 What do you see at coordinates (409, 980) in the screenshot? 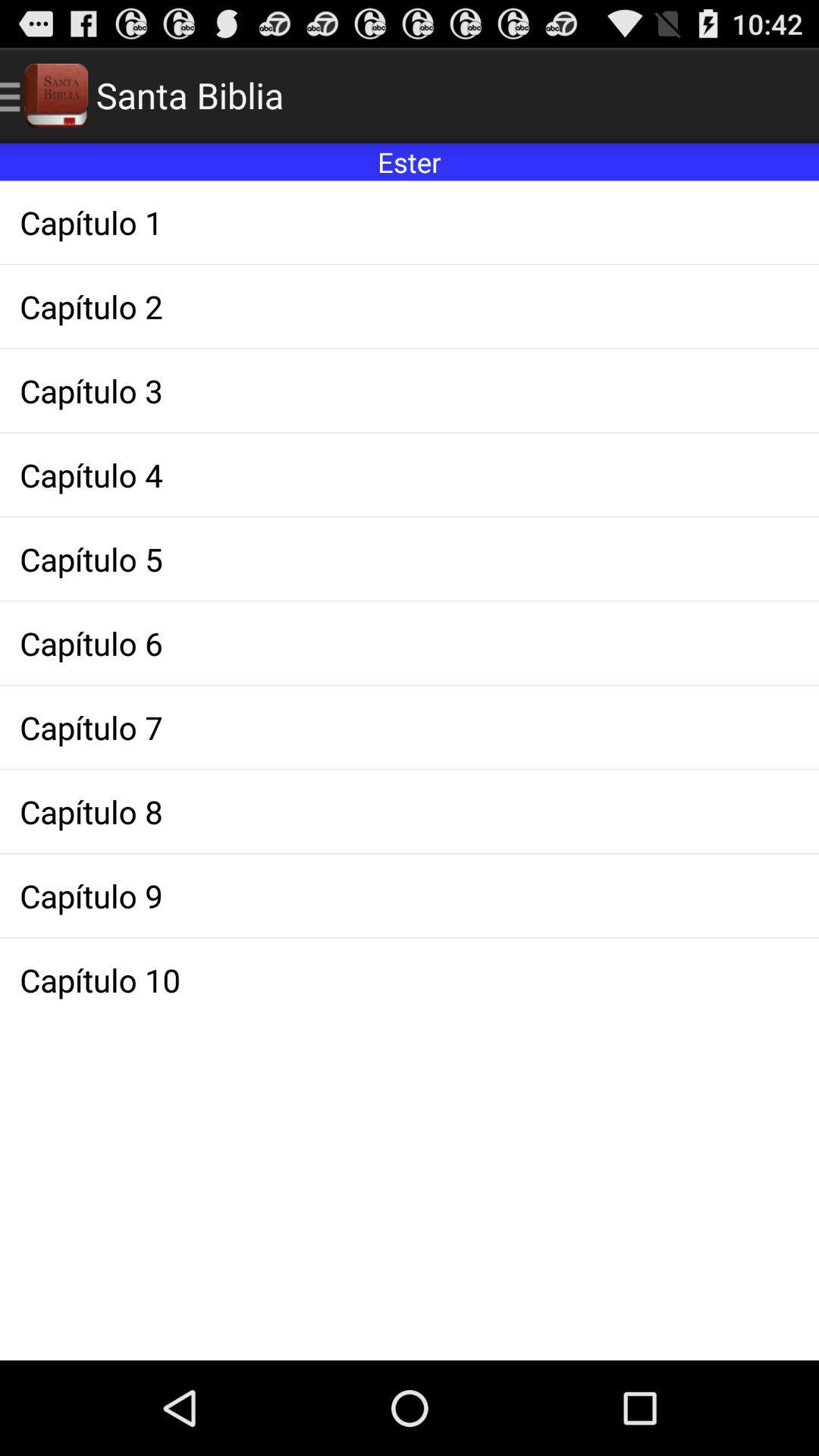
I see `icon at the bottom` at bounding box center [409, 980].